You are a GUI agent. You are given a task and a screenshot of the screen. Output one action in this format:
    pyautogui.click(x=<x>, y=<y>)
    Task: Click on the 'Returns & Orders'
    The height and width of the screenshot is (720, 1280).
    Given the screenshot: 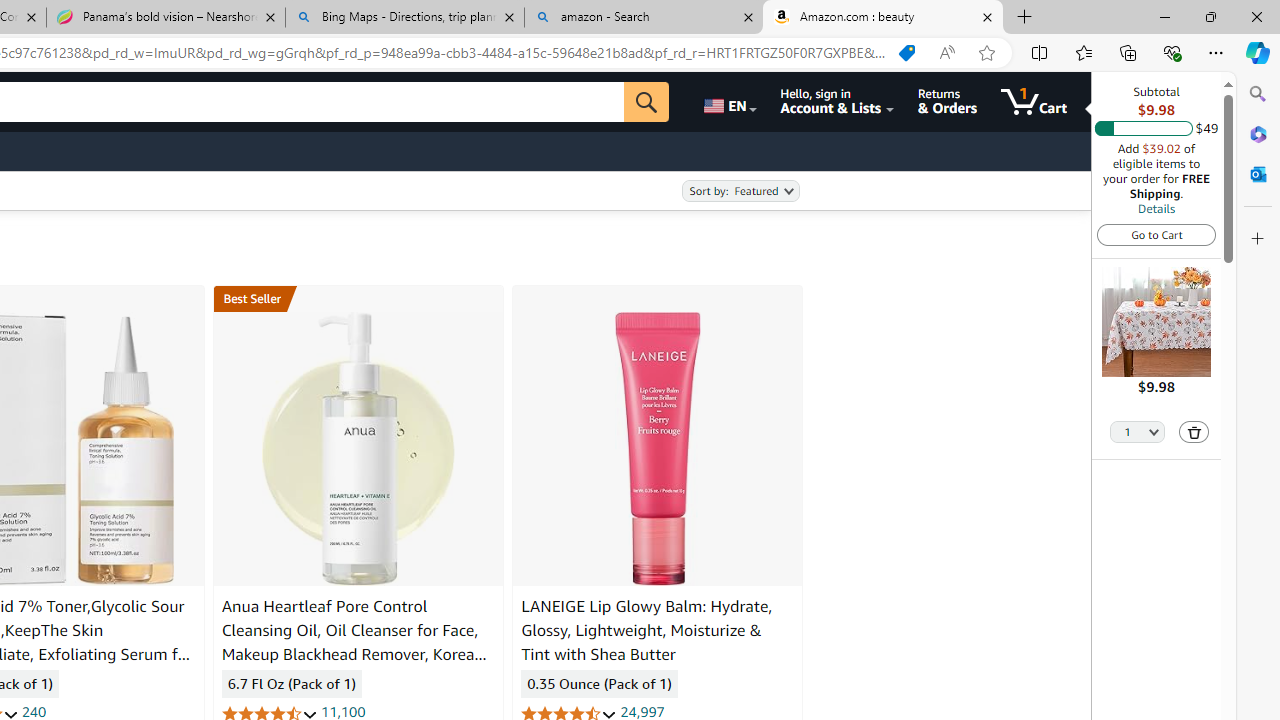 What is the action you would take?
    pyautogui.click(x=946, y=101)
    